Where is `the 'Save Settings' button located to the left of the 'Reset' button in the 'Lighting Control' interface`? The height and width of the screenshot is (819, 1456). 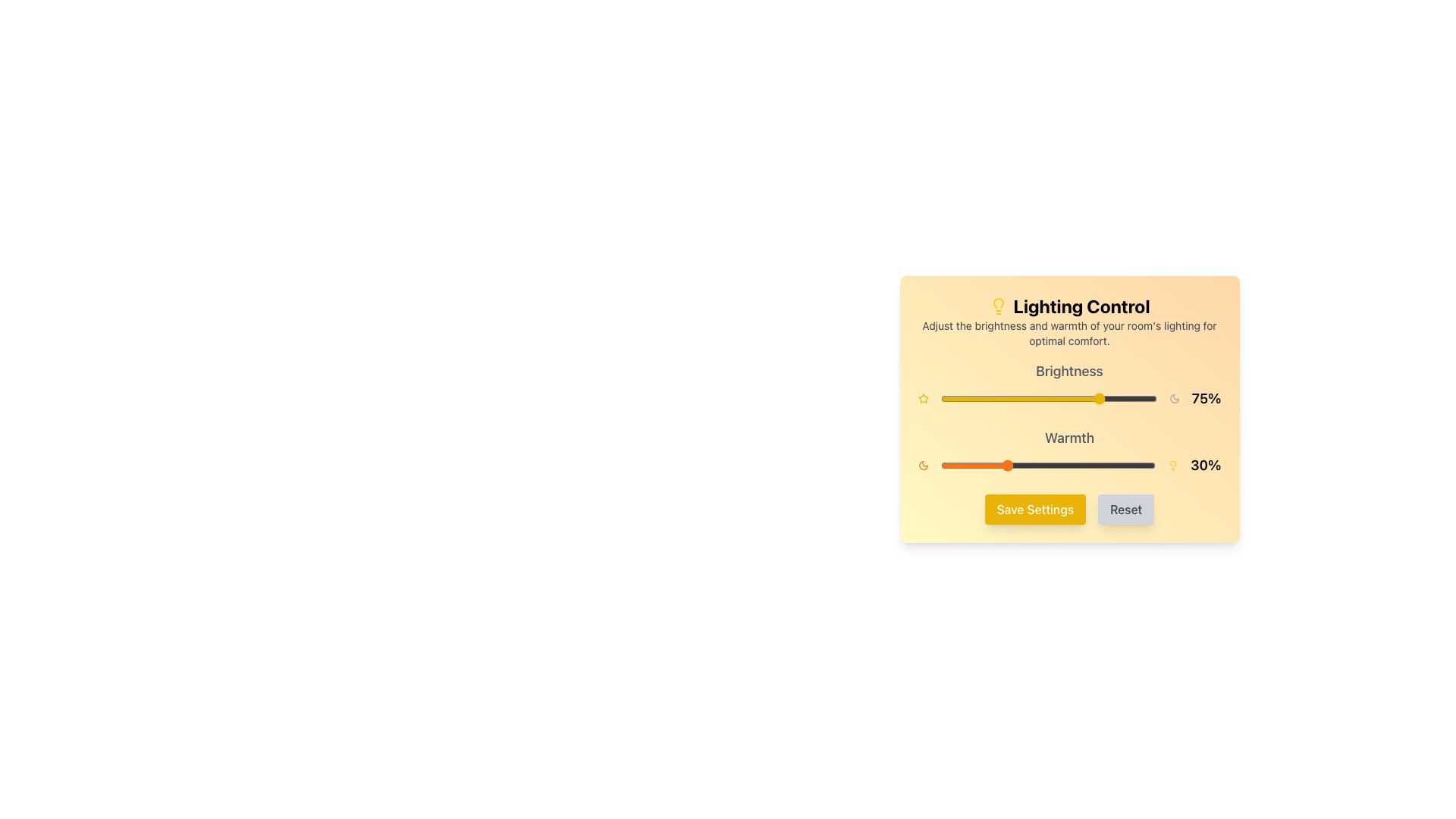
the 'Save Settings' button located to the left of the 'Reset' button in the 'Lighting Control' interface is located at coordinates (1068, 509).